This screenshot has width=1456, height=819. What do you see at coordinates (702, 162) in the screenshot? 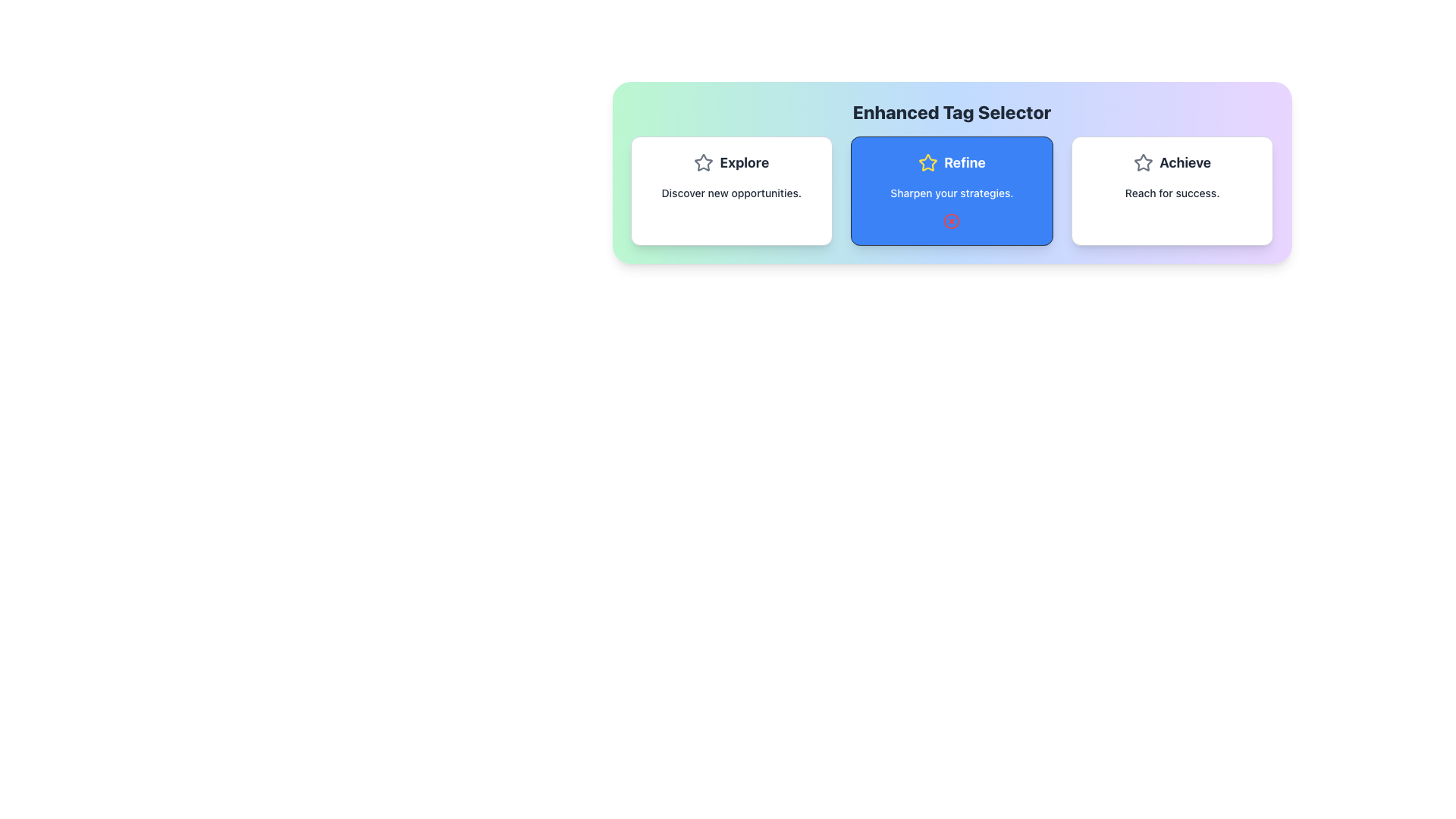
I see `the gray-bordered star-shaped icon located in the top-right corner of the blue card labeled 'Refine' for additional actions if interactive` at bounding box center [702, 162].